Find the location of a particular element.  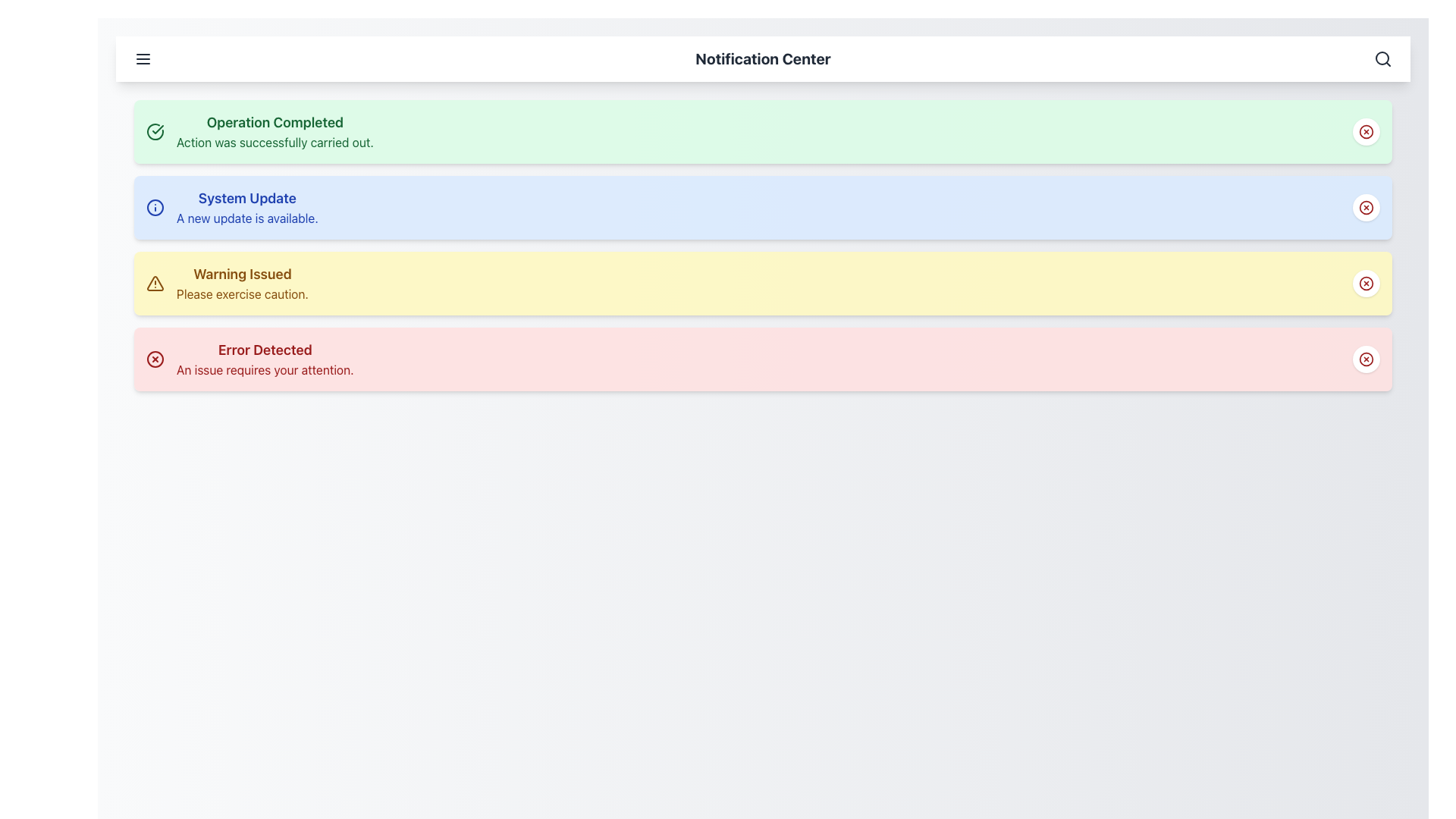

the static text label that displays the message 'Warning Issued' within the notification box that has a yellow background and is the third in the list of notifications is located at coordinates (241, 275).